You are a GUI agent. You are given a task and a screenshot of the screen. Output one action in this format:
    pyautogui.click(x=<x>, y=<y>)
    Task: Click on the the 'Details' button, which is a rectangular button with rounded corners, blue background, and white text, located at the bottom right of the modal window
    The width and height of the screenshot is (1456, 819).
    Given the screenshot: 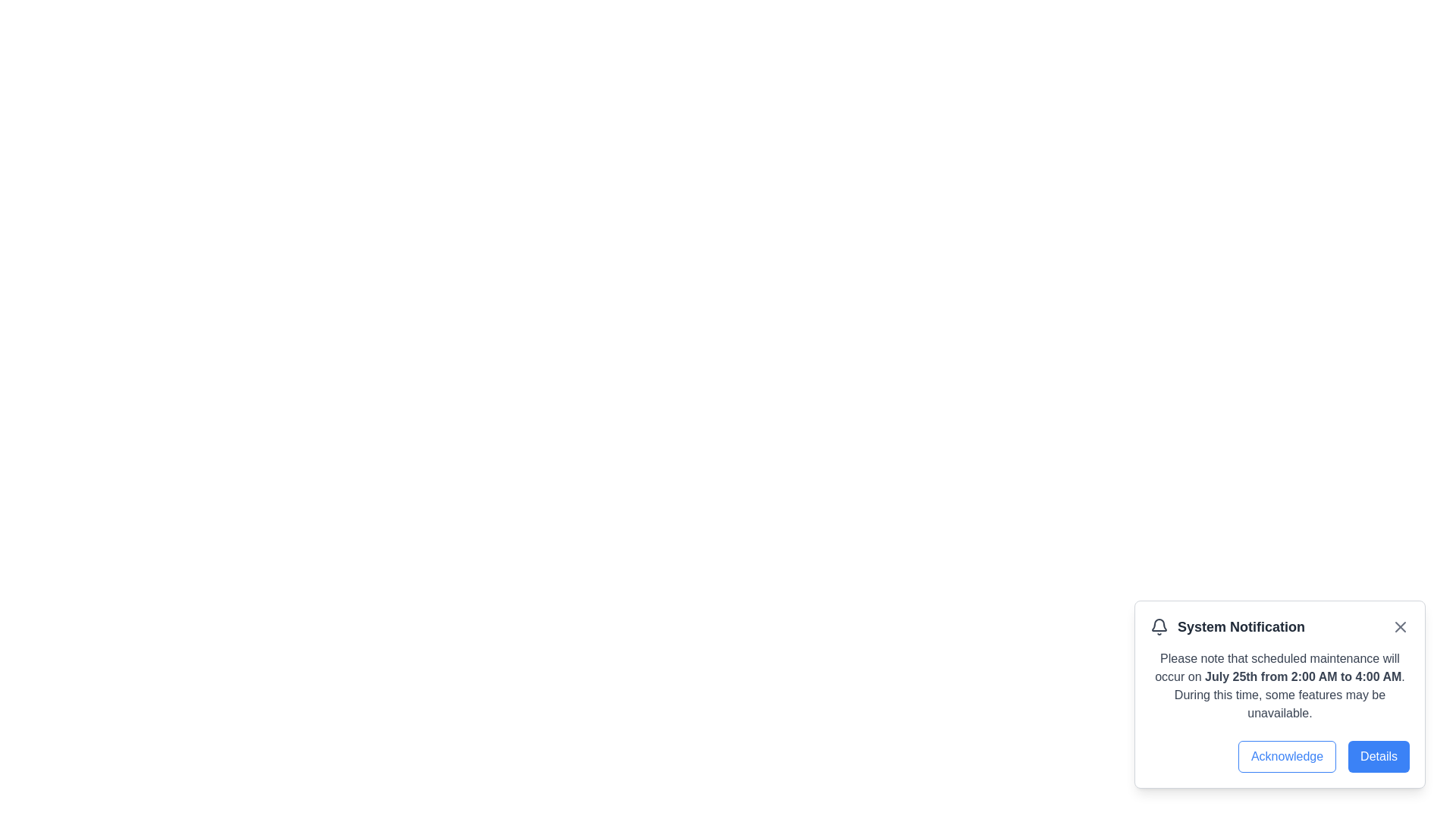 What is the action you would take?
    pyautogui.click(x=1379, y=757)
    